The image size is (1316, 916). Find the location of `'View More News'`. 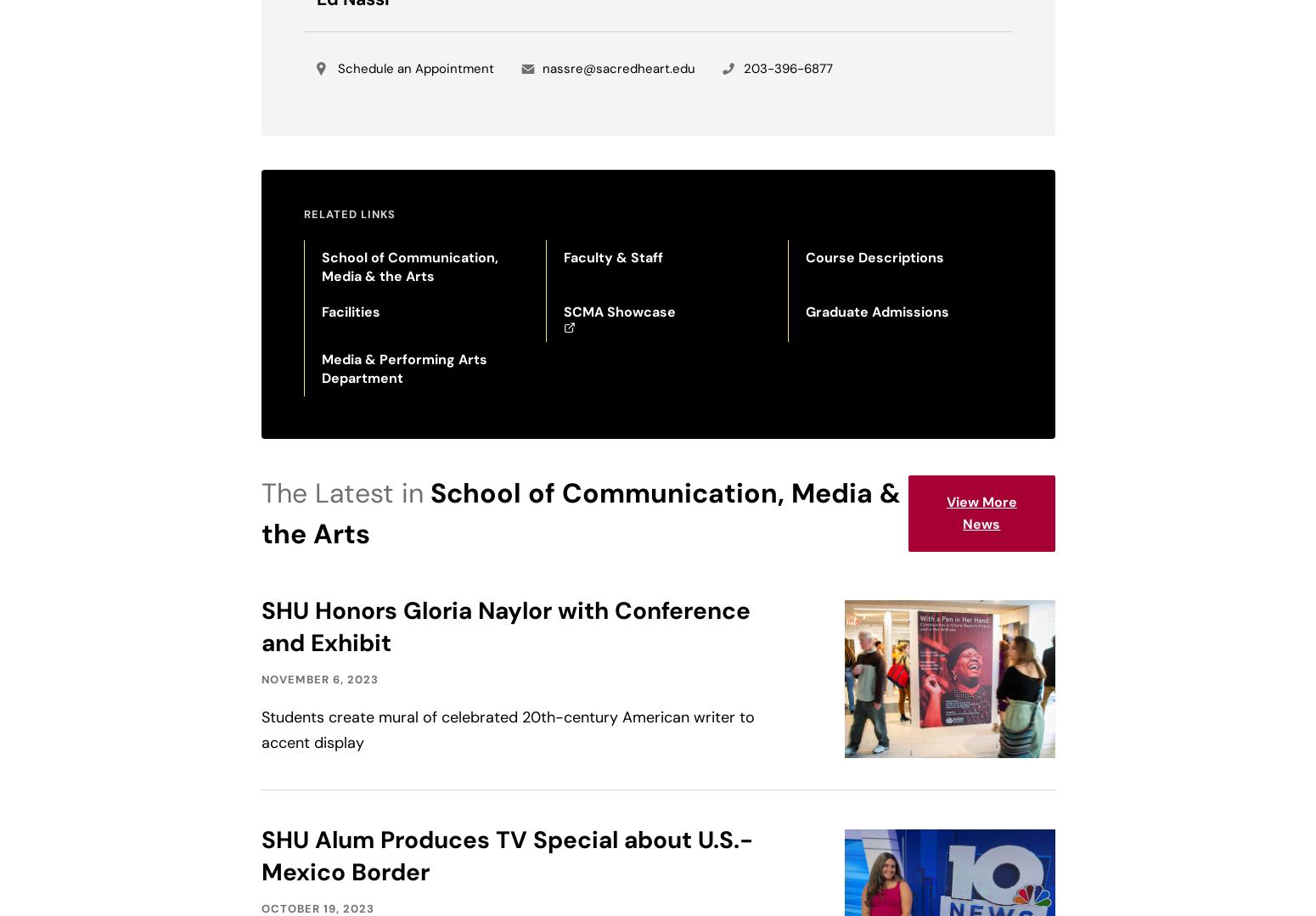

'View More News' is located at coordinates (980, 513).